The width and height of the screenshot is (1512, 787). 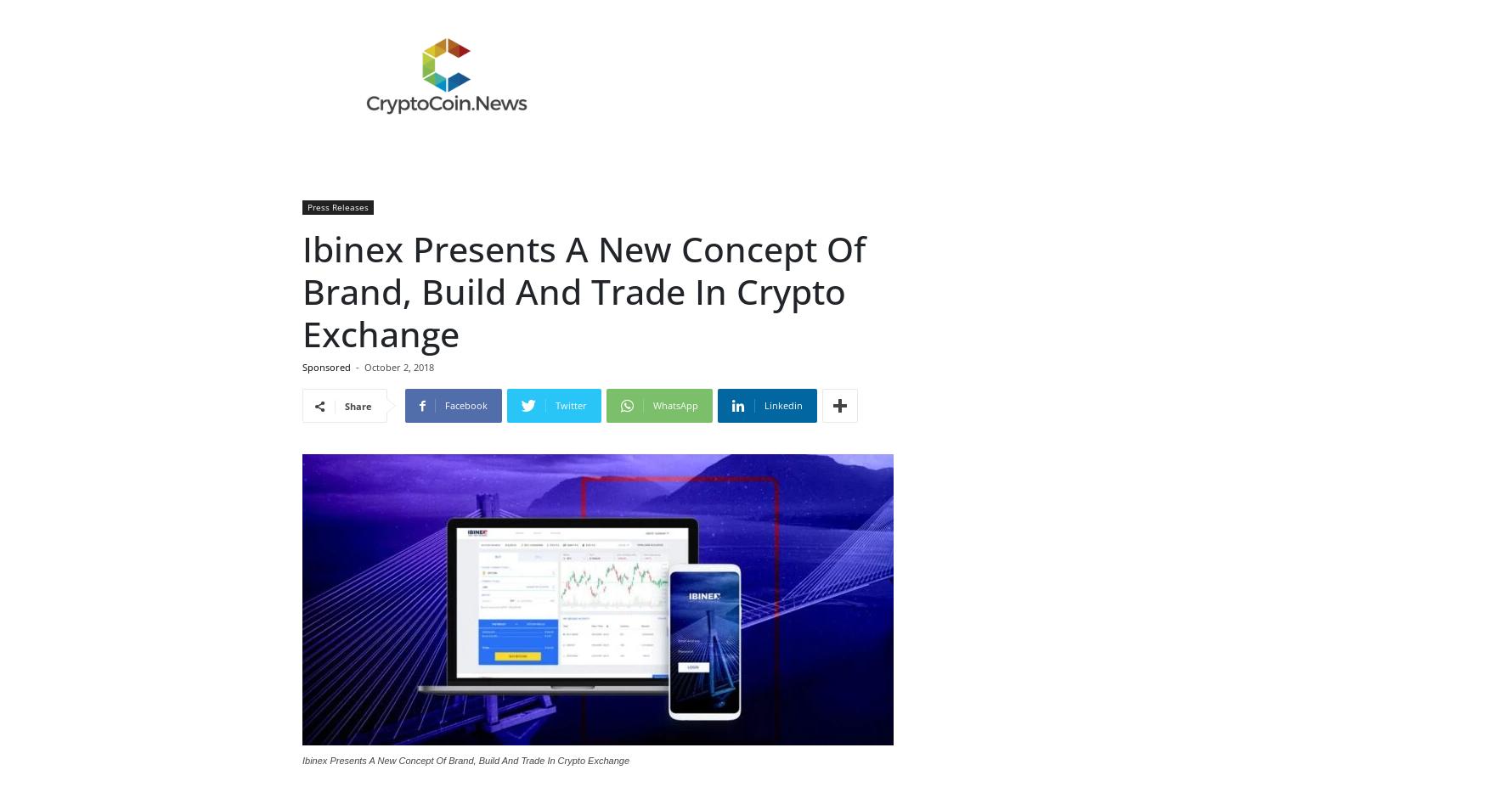 What do you see at coordinates (585, 65) in the screenshot?
I see `'presents a friendly environment for the exchanges. “We believe that exchanges must give an idea of branding so the Ibinex will build it” Yafit explained.'` at bounding box center [585, 65].